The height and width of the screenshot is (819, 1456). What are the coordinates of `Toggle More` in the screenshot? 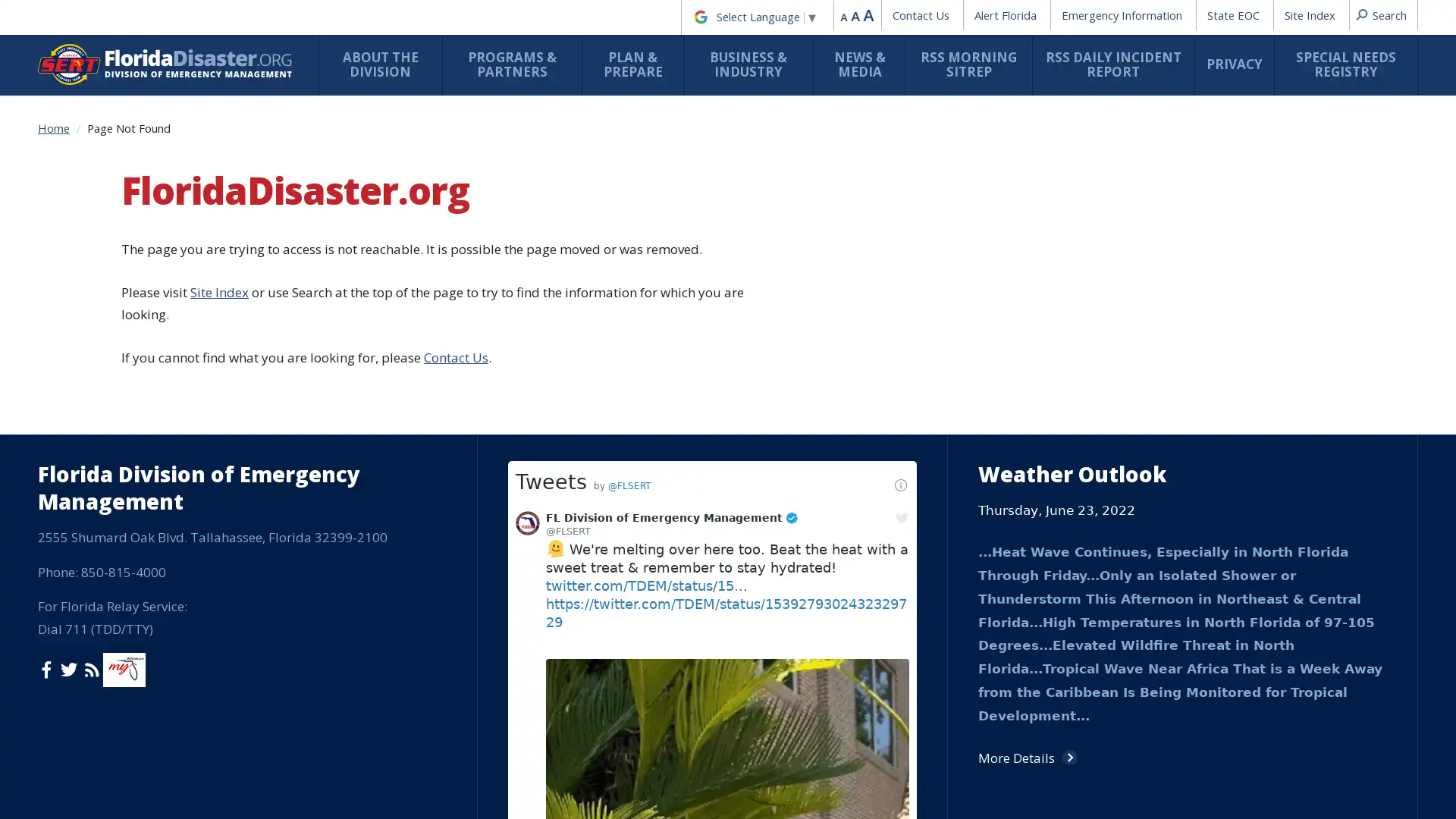 It's located at (760, 777).